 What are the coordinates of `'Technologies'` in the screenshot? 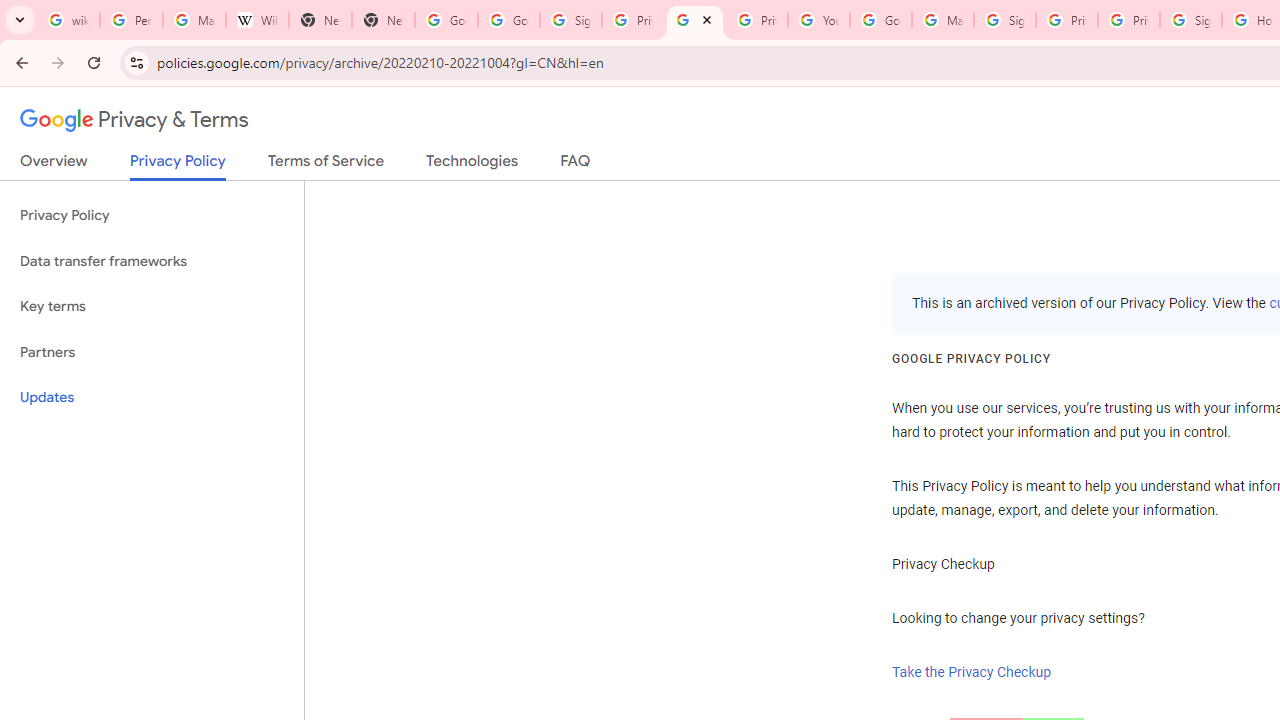 It's located at (471, 164).